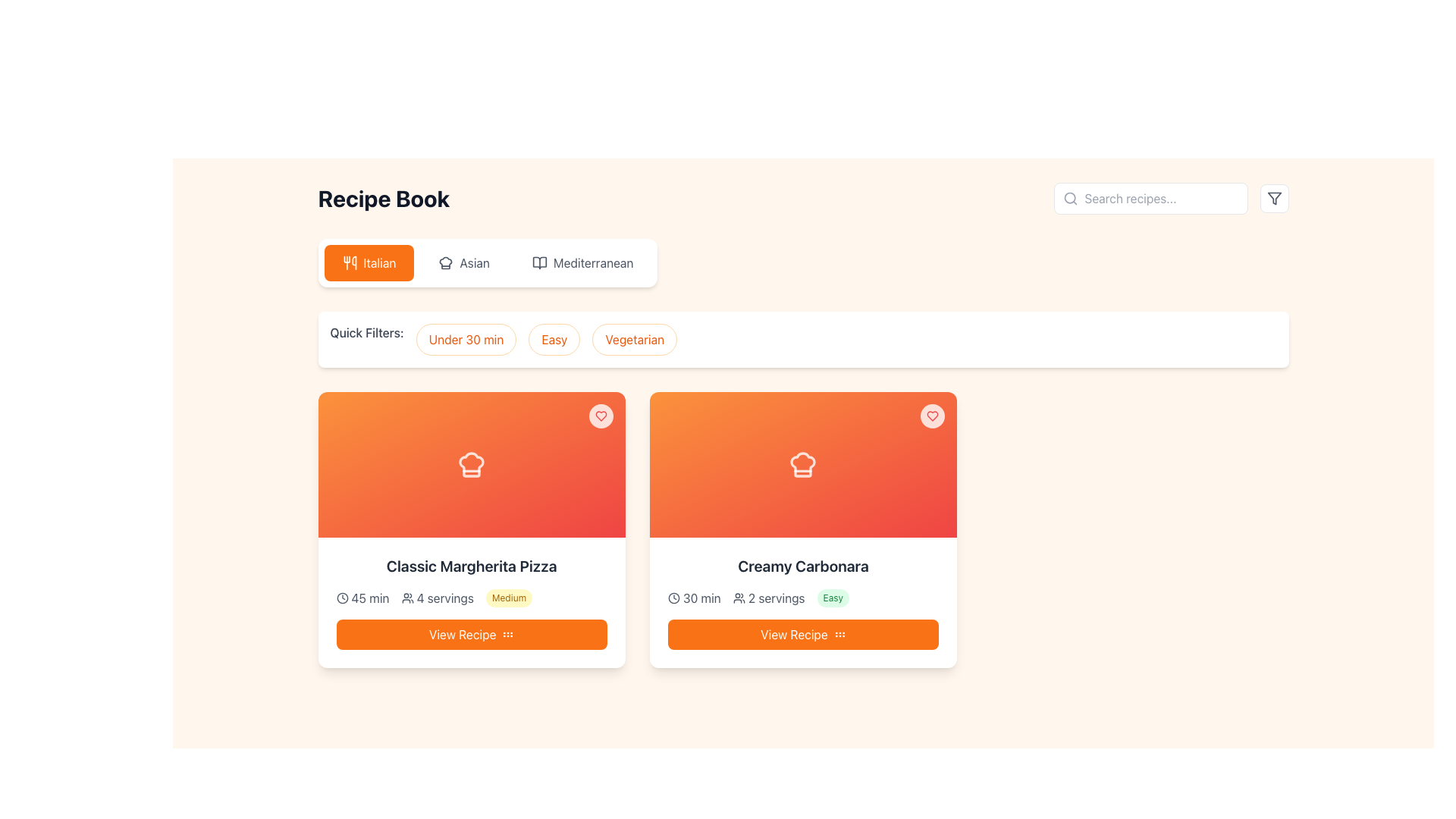  I want to click on the small, rectangular button with rounded corners and a white background that contains a dark gray funnel icon to apply filters, so click(1274, 198).